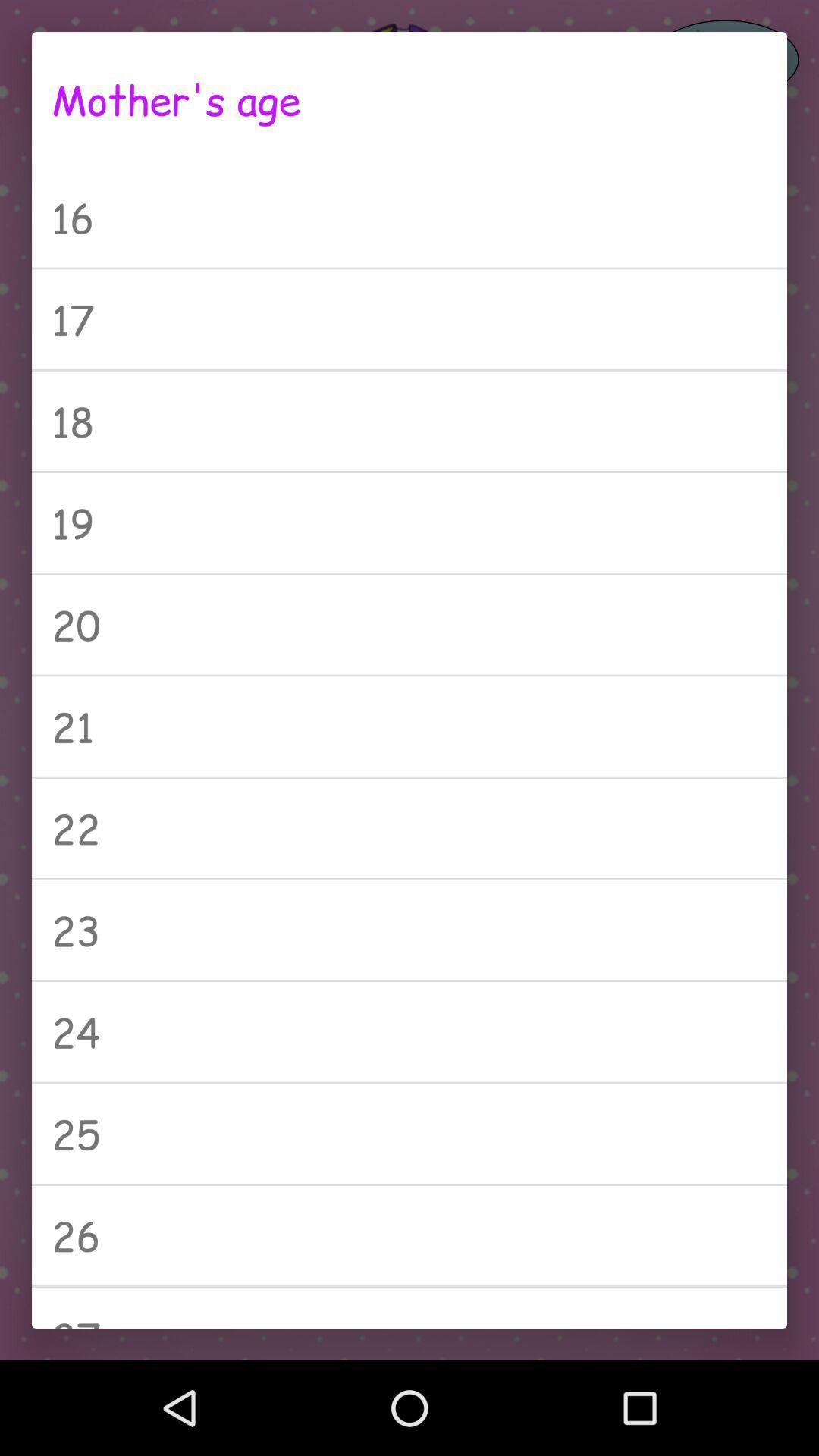 Image resolution: width=819 pixels, height=1456 pixels. What do you see at coordinates (409, 216) in the screenshot?
I see `16 item` at bounding box center [409, 216].